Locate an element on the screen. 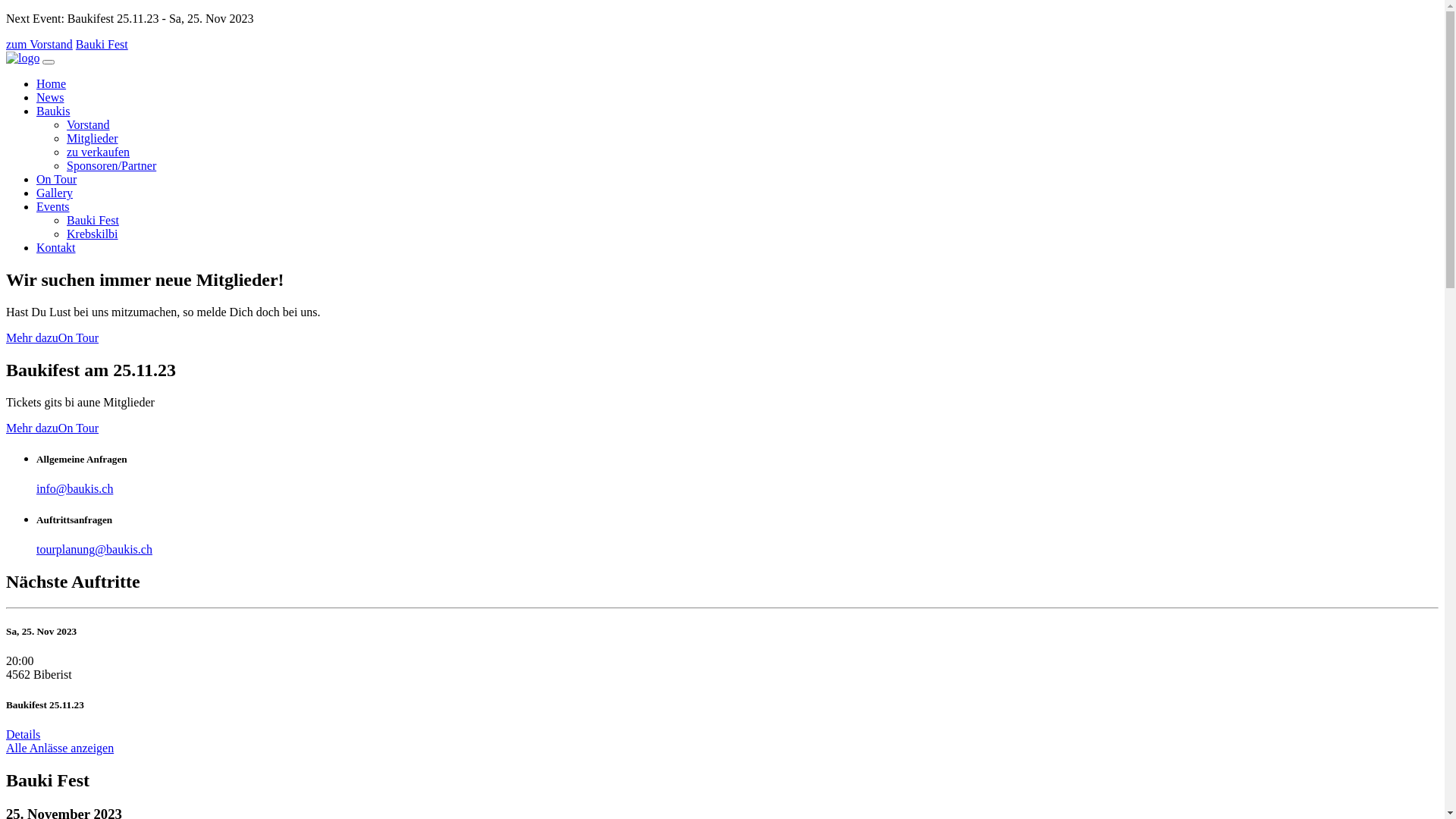 The image size is (1456, 819). 'On Tour' is located at coordinates (56, 178).